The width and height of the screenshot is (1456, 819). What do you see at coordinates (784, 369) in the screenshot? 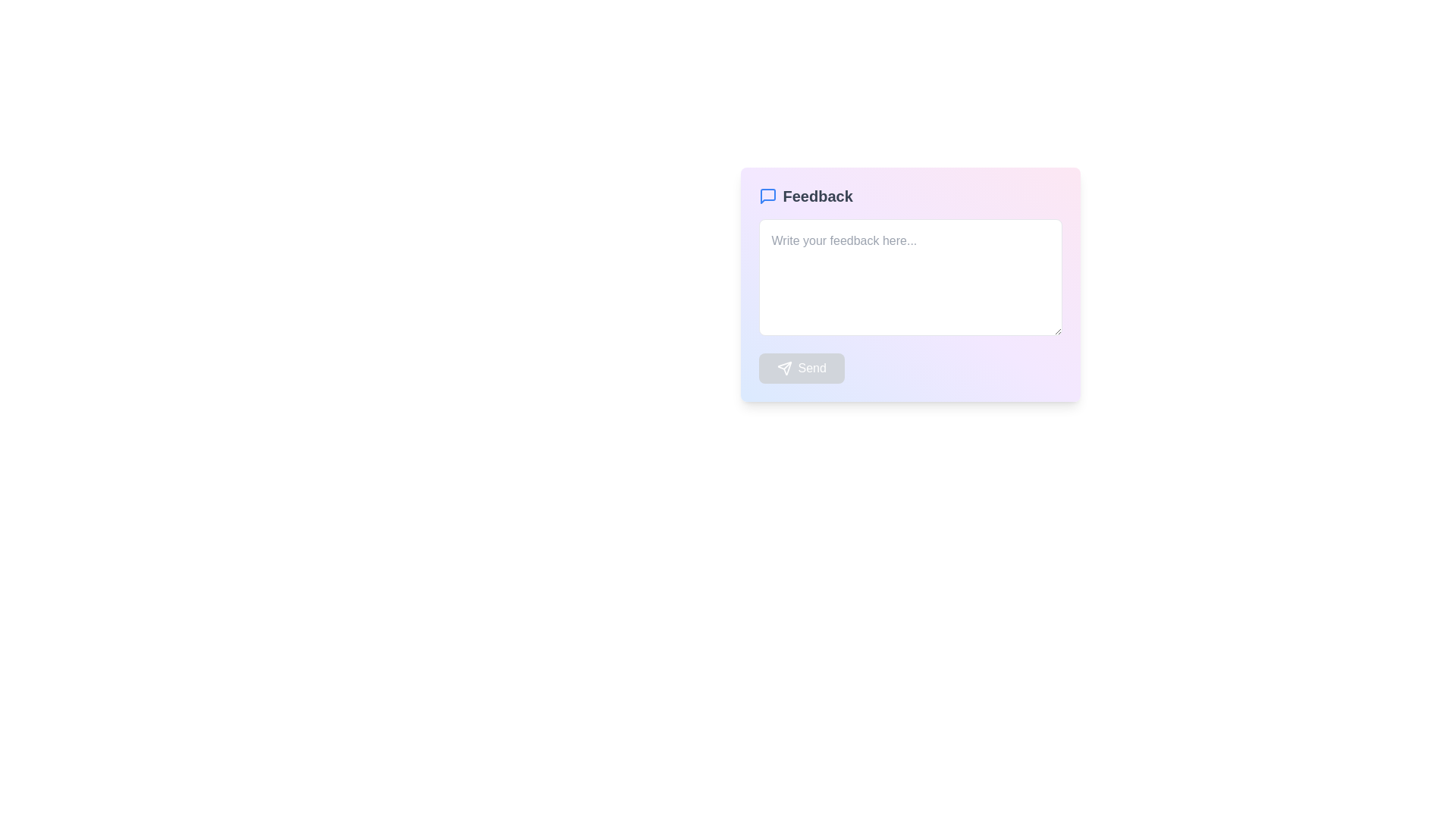
I see `the 'Send' button located at the bottom-right corner of the feedback form, which triggers the feedback sending action represented by the icon` at bounding box center [784, 369].